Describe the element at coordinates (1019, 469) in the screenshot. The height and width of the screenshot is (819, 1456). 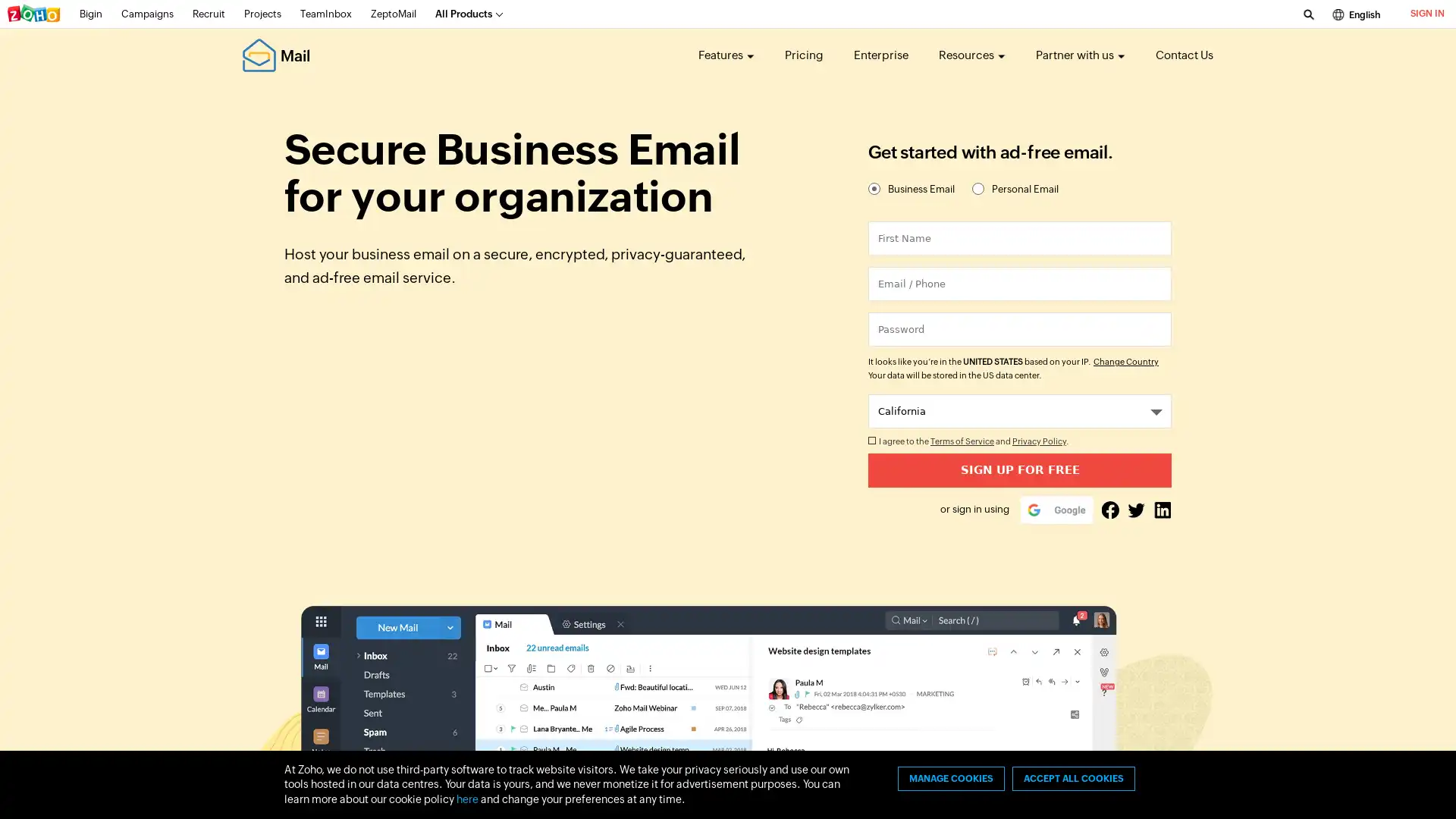
I see `Sign Up for Free` at that location.